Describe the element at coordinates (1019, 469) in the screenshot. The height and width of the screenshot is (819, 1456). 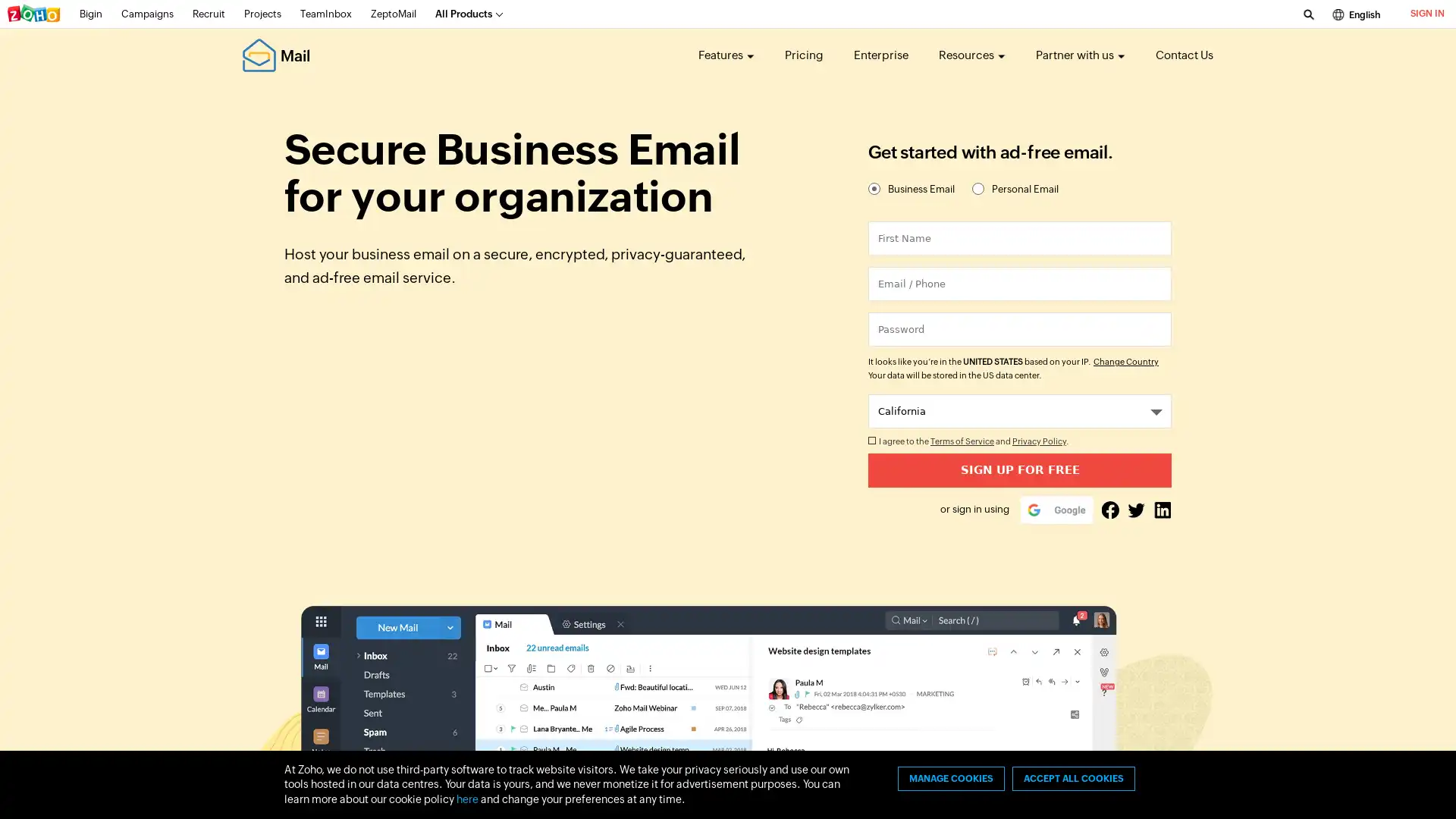
I see `Sign Up for Free` at that location.